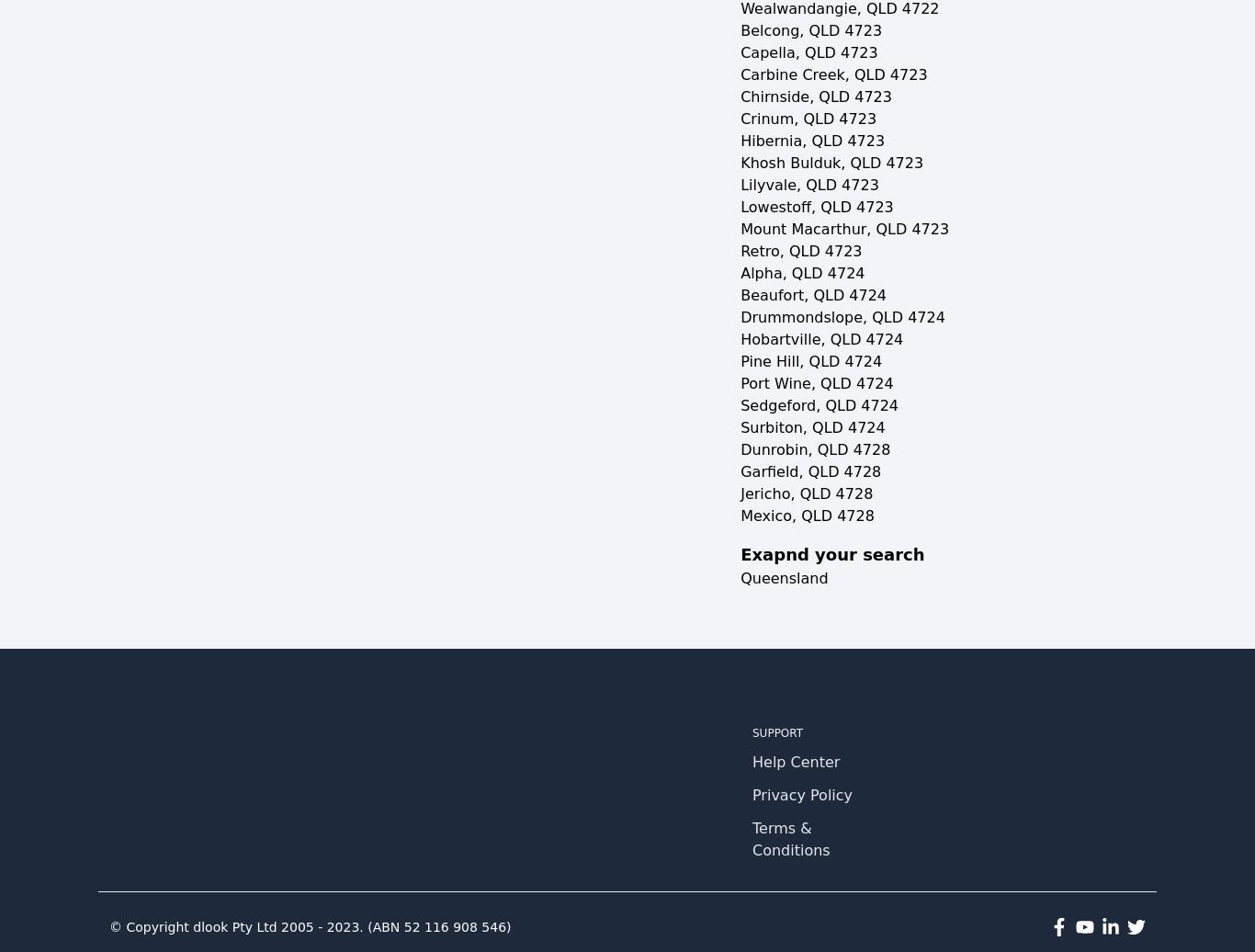  Describe the element at coordinates (739, 295) in the screenshot. I see `'Beaufort, QLD 4724'` at that location.